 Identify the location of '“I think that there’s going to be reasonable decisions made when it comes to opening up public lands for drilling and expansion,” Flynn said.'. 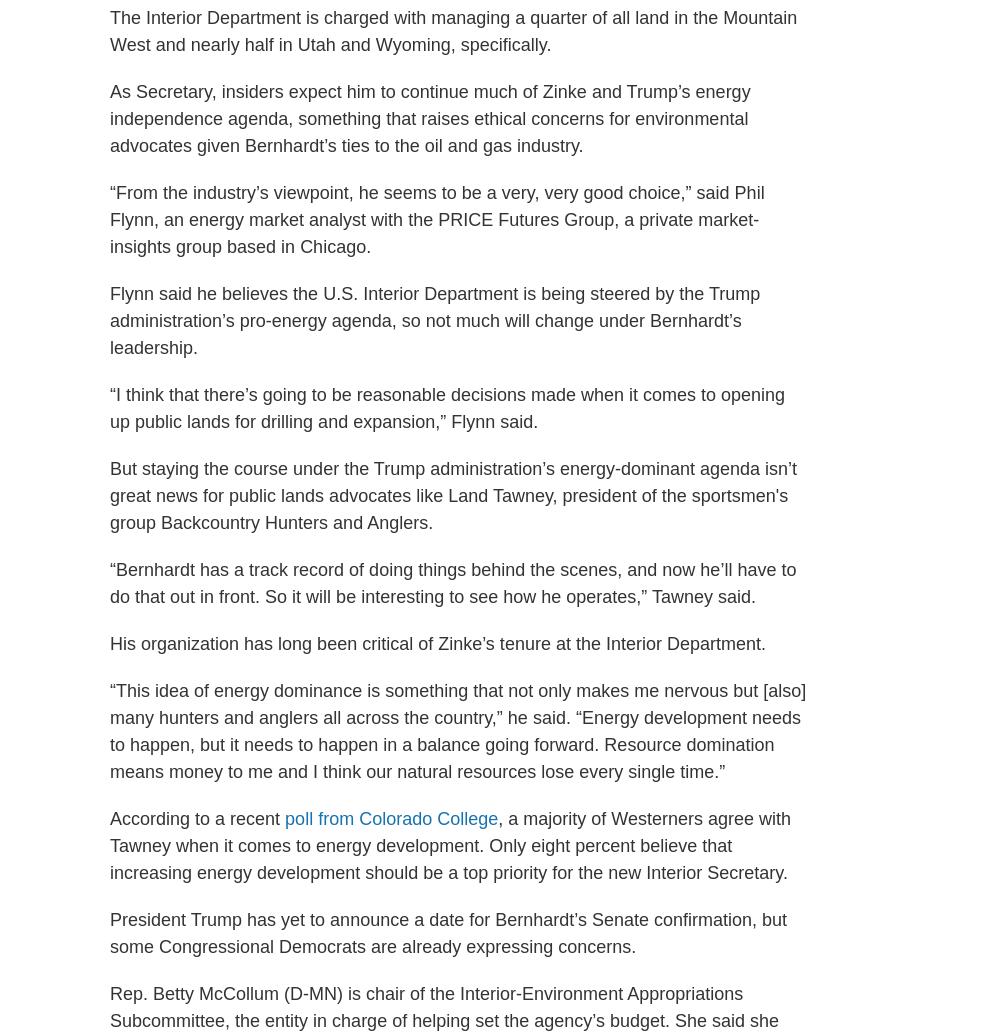
(446, 406).